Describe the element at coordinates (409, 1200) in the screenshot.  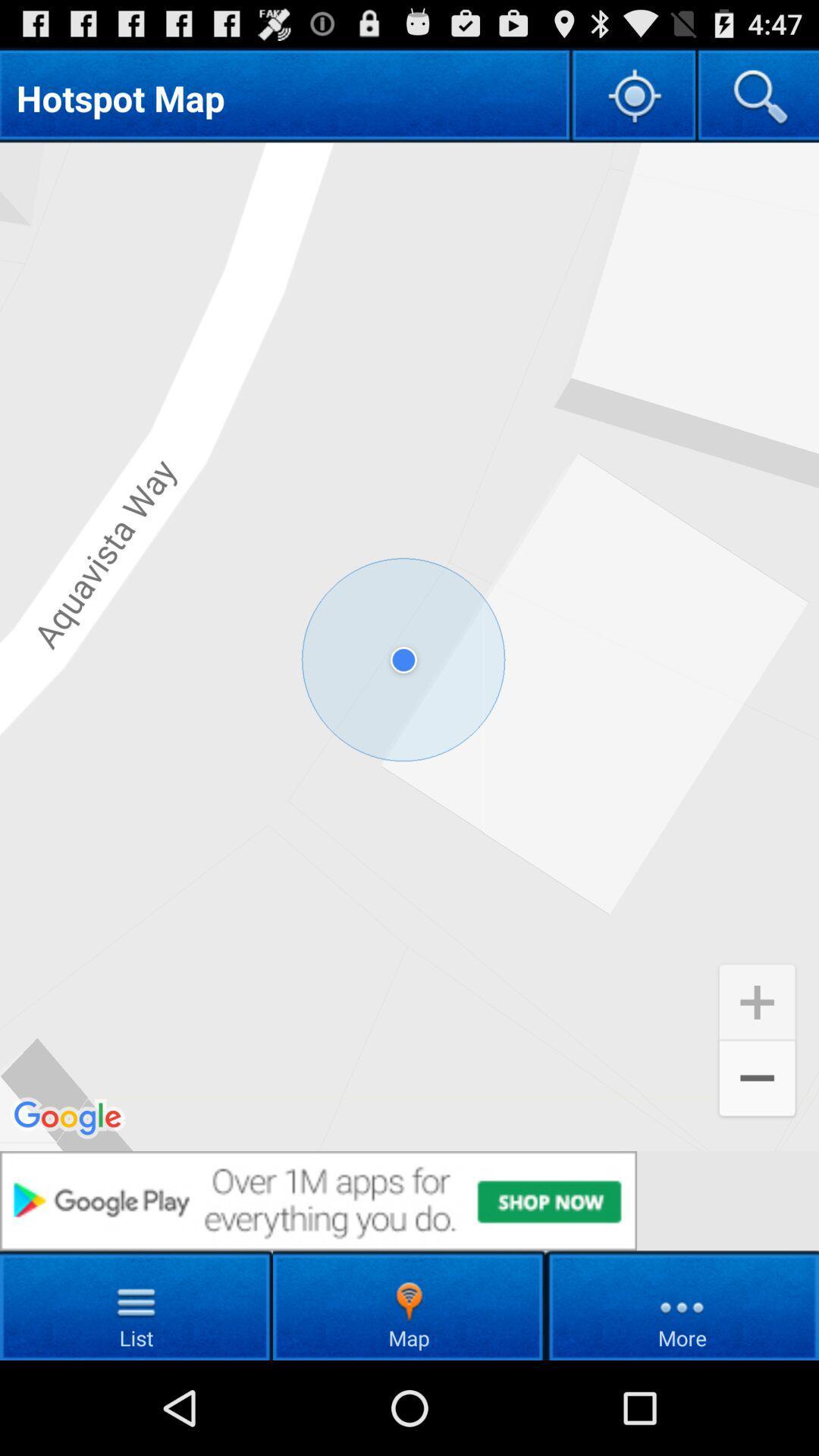
I see `to go youtube` at that location.